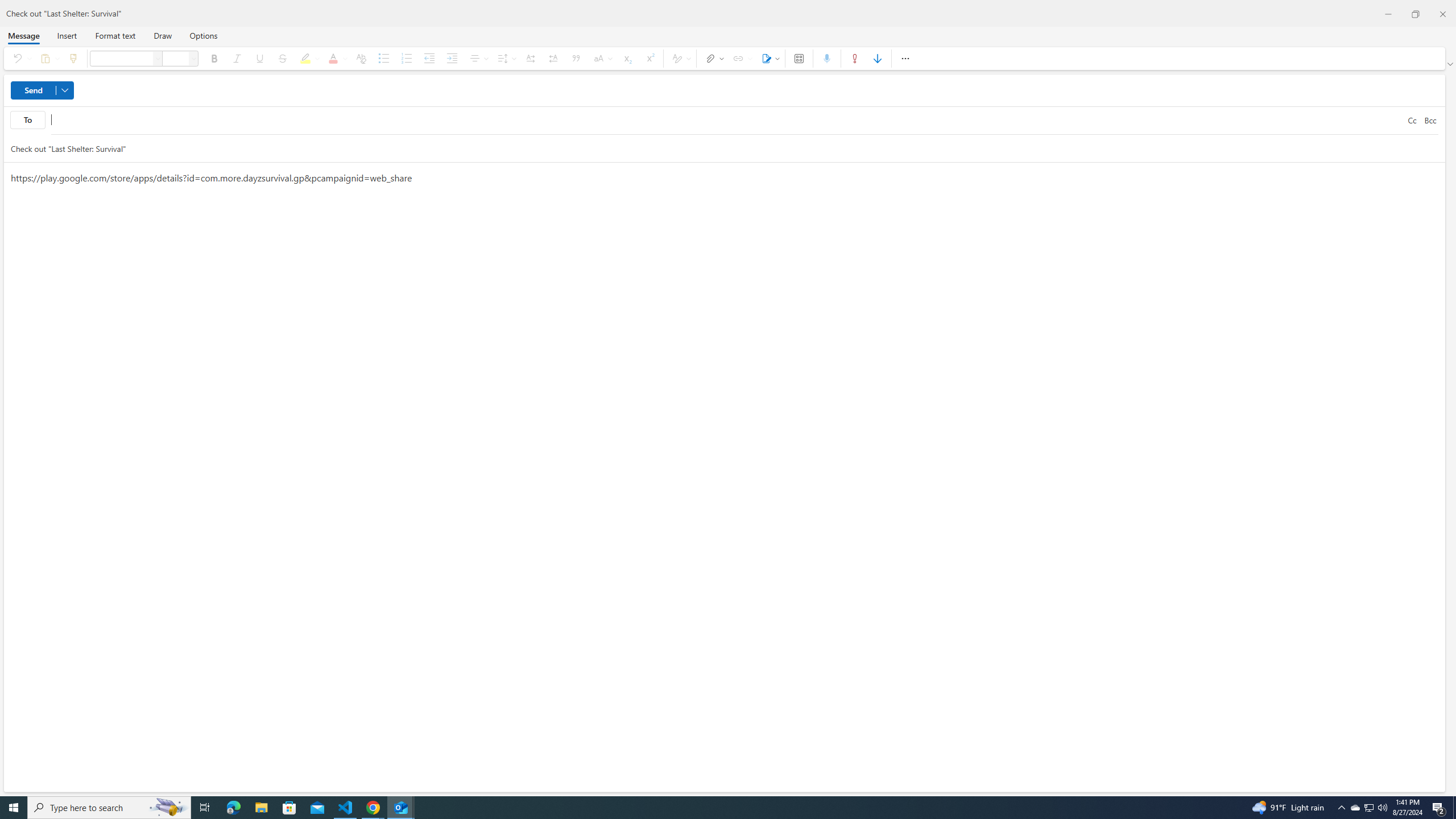  What do you see at coordinates (799, 58) in the screenshot?
I see `'Apps'` at bounding box center [799, 58].